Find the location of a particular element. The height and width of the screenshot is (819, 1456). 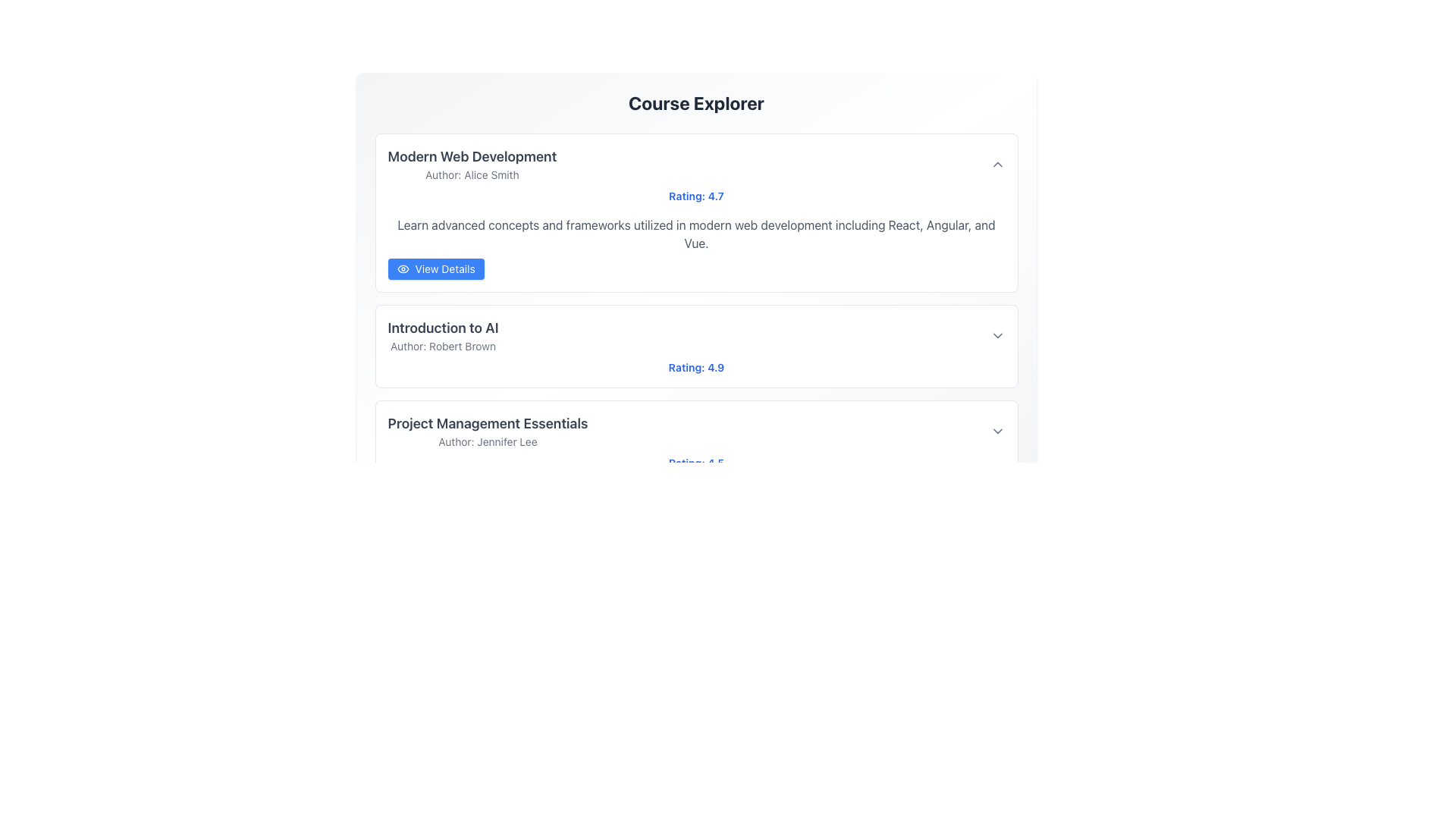

the authorship attribution text located directly below the 'Project Management Essentials' heading is located at coordinates (488, 441).